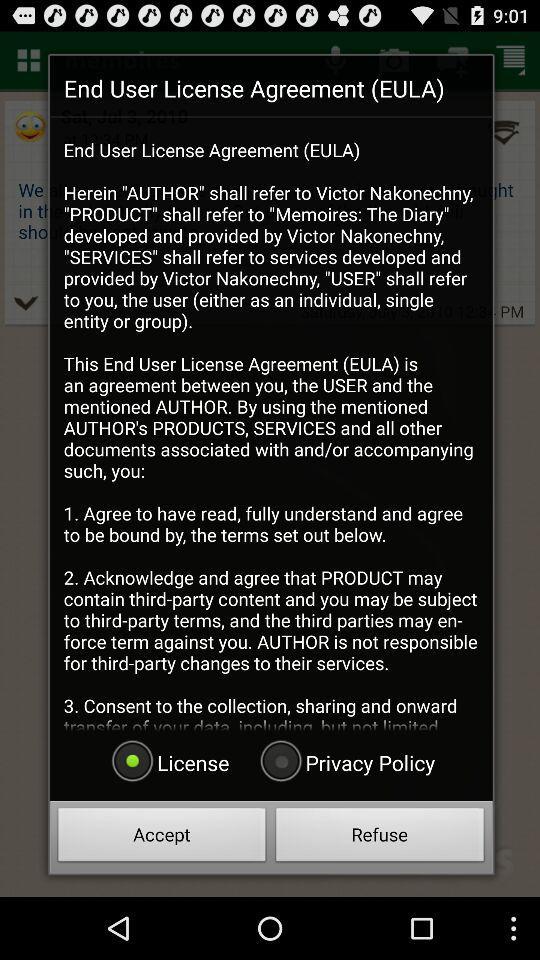 This screenshot has width=540, height=960. I want to click on the radio button below the privacy policy radio button, so click(380, 837).